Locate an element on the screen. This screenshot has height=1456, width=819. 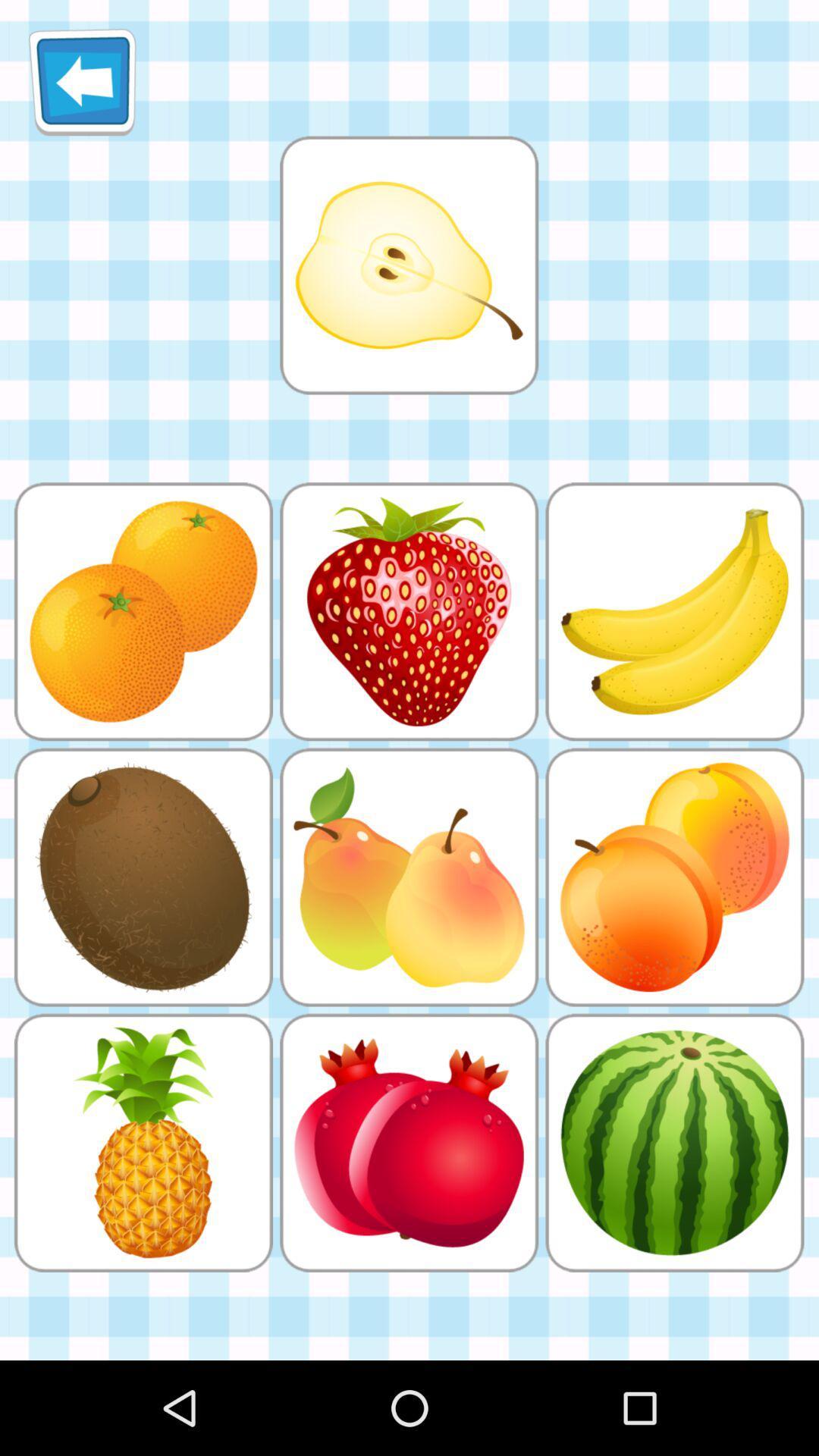
item is located at coordinates (408, 265).